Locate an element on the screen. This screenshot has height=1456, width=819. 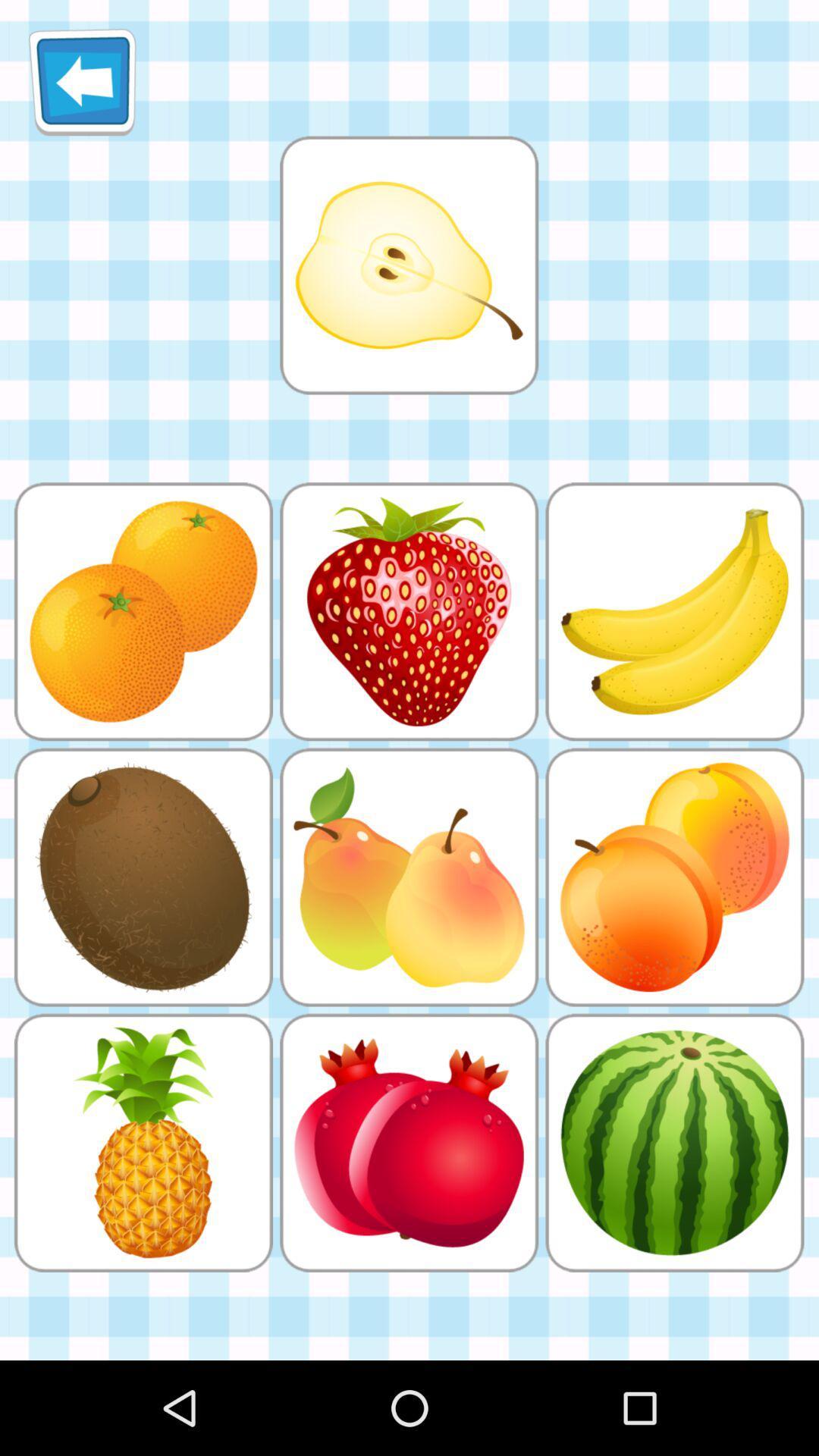
item is located at coordinates (408, 265).